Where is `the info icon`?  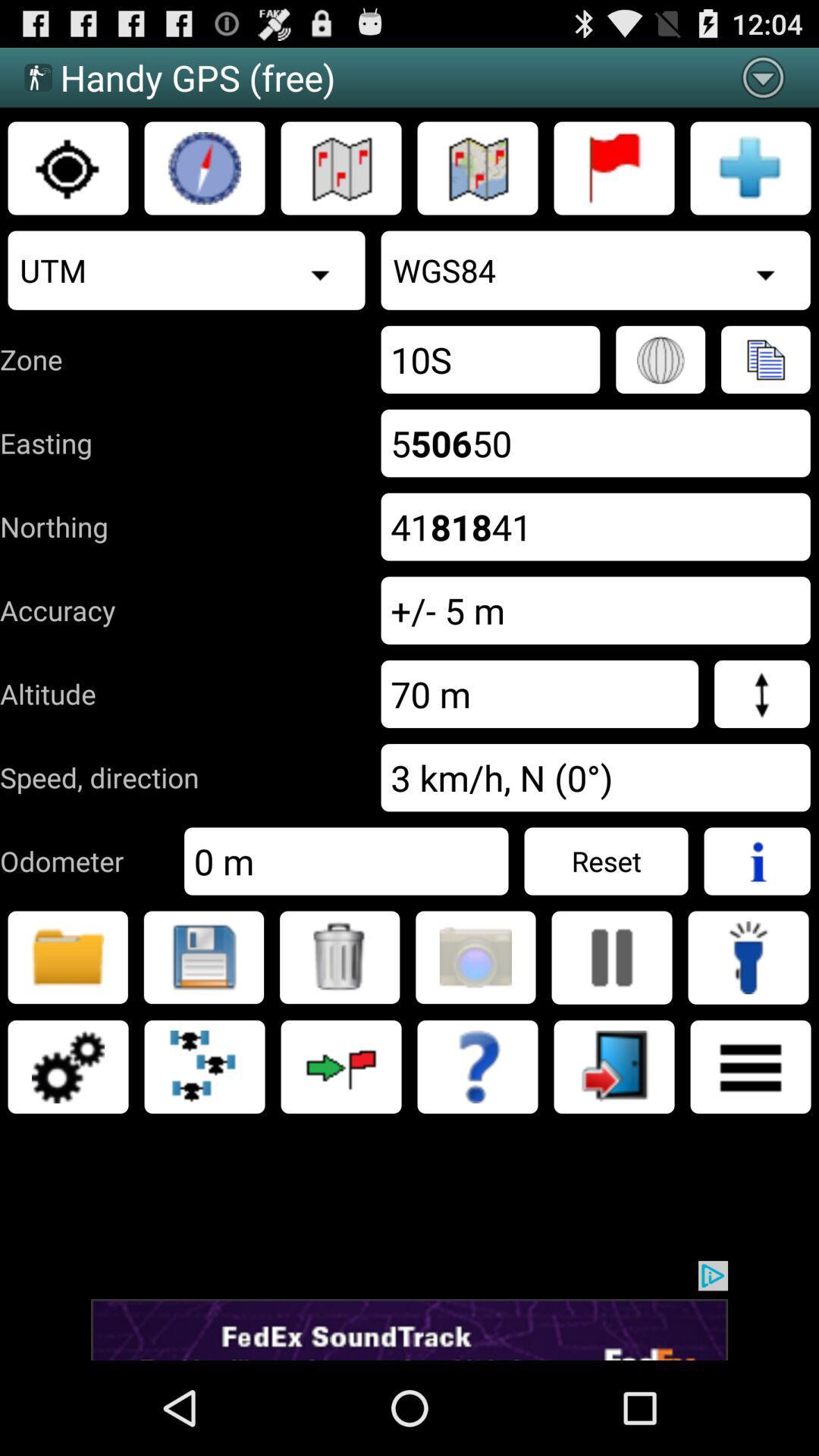
the info icon is located at coordinates (757, 921).